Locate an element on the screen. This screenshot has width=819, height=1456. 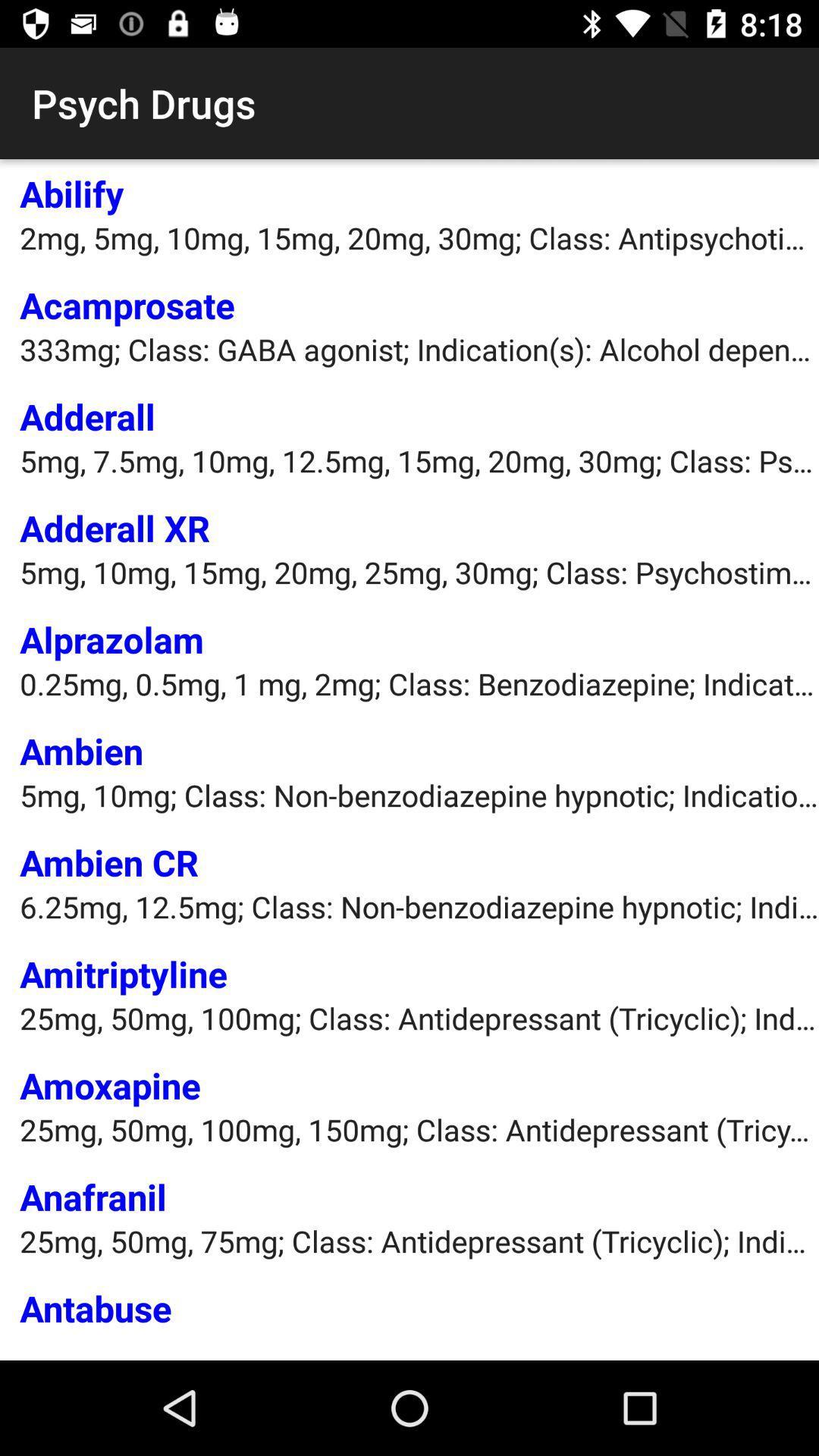
item below 25mg 50mg 100mg app is located at coordinates (109, 1084).